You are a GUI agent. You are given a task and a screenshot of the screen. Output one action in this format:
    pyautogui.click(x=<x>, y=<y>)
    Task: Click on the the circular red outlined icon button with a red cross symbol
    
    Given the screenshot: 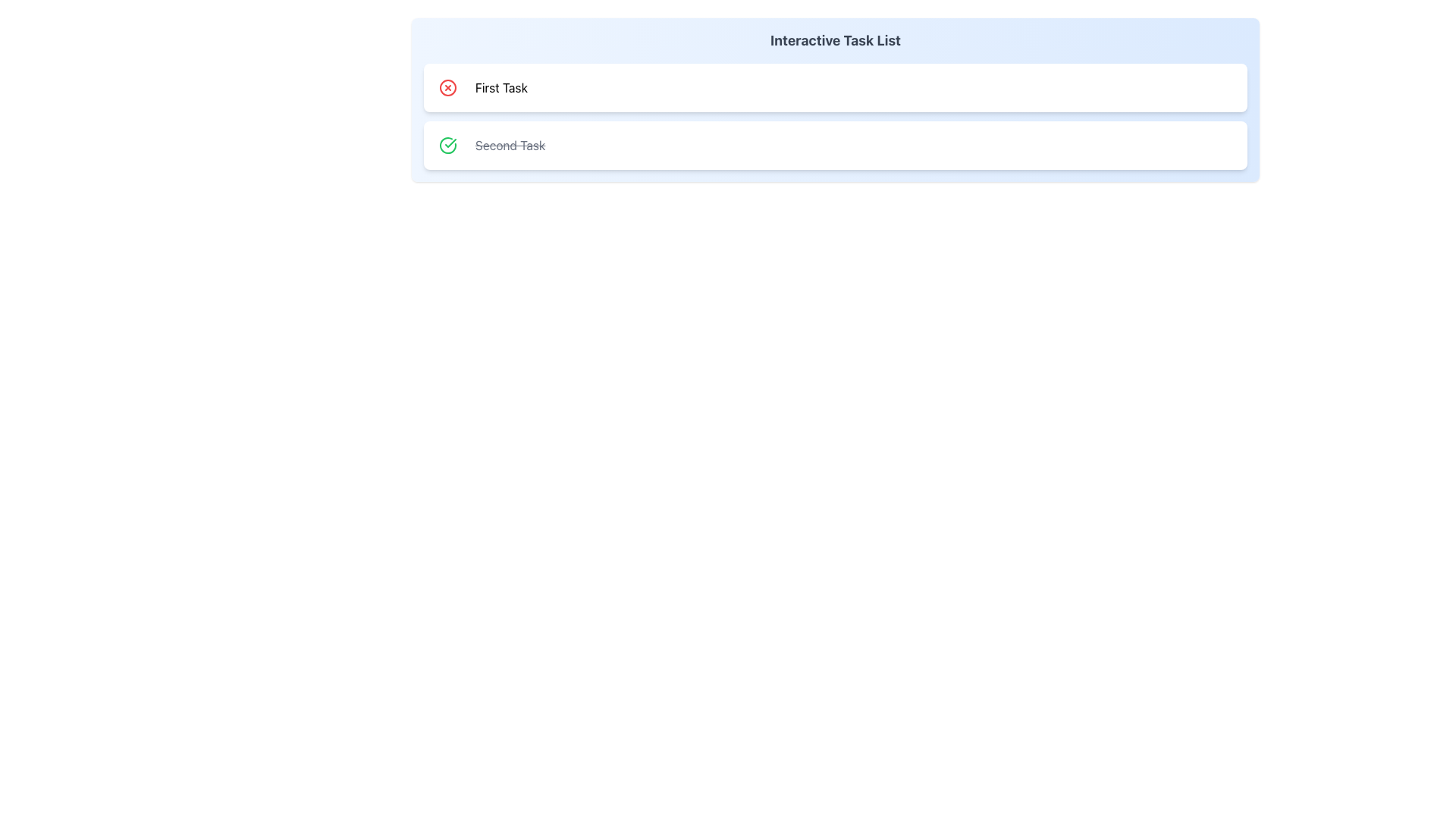 What is the action you would take?
    pyautogui.click(x=447, y=87)
    